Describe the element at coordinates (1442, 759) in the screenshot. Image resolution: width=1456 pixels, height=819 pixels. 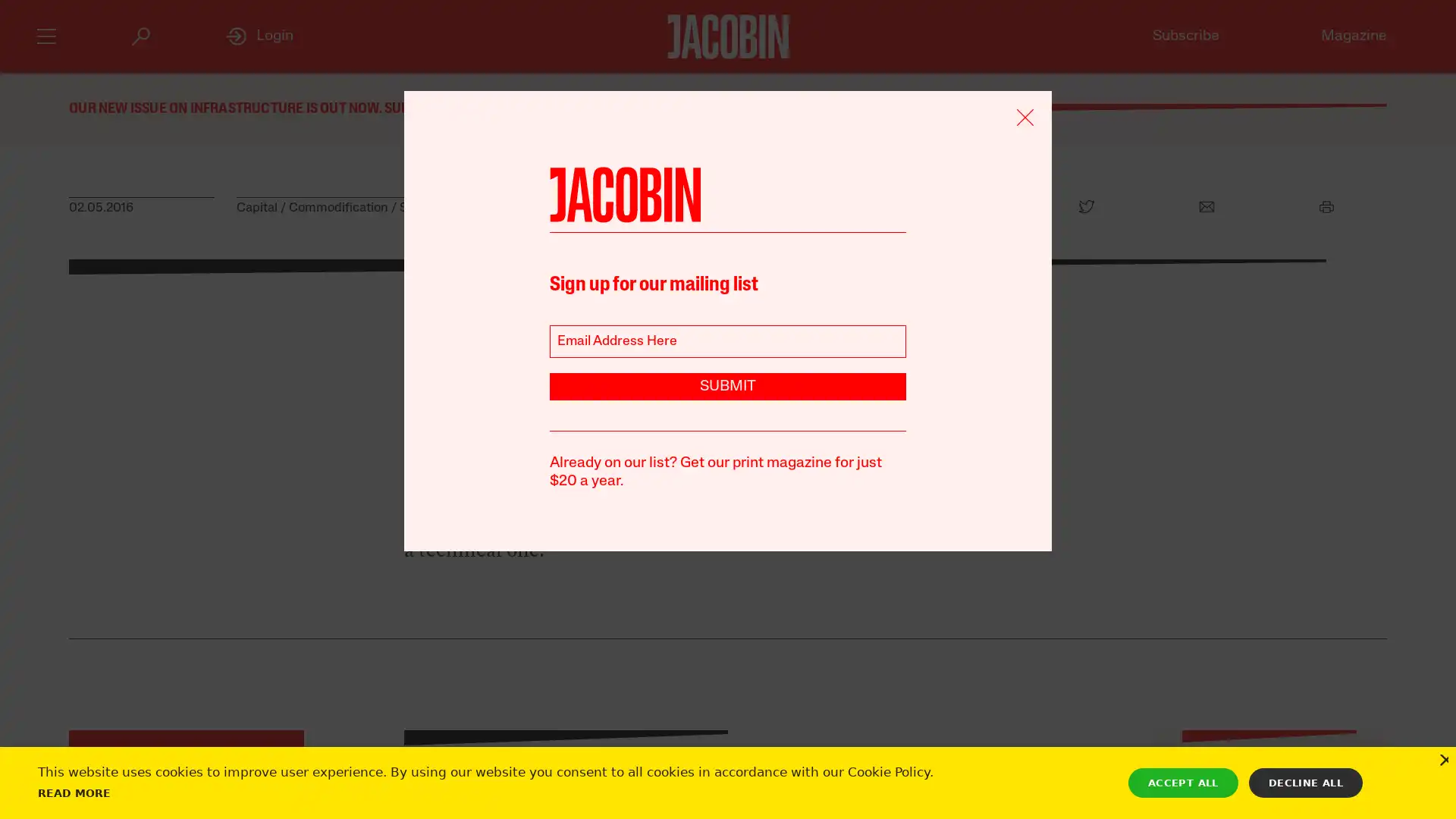
I see `Close` at that location.